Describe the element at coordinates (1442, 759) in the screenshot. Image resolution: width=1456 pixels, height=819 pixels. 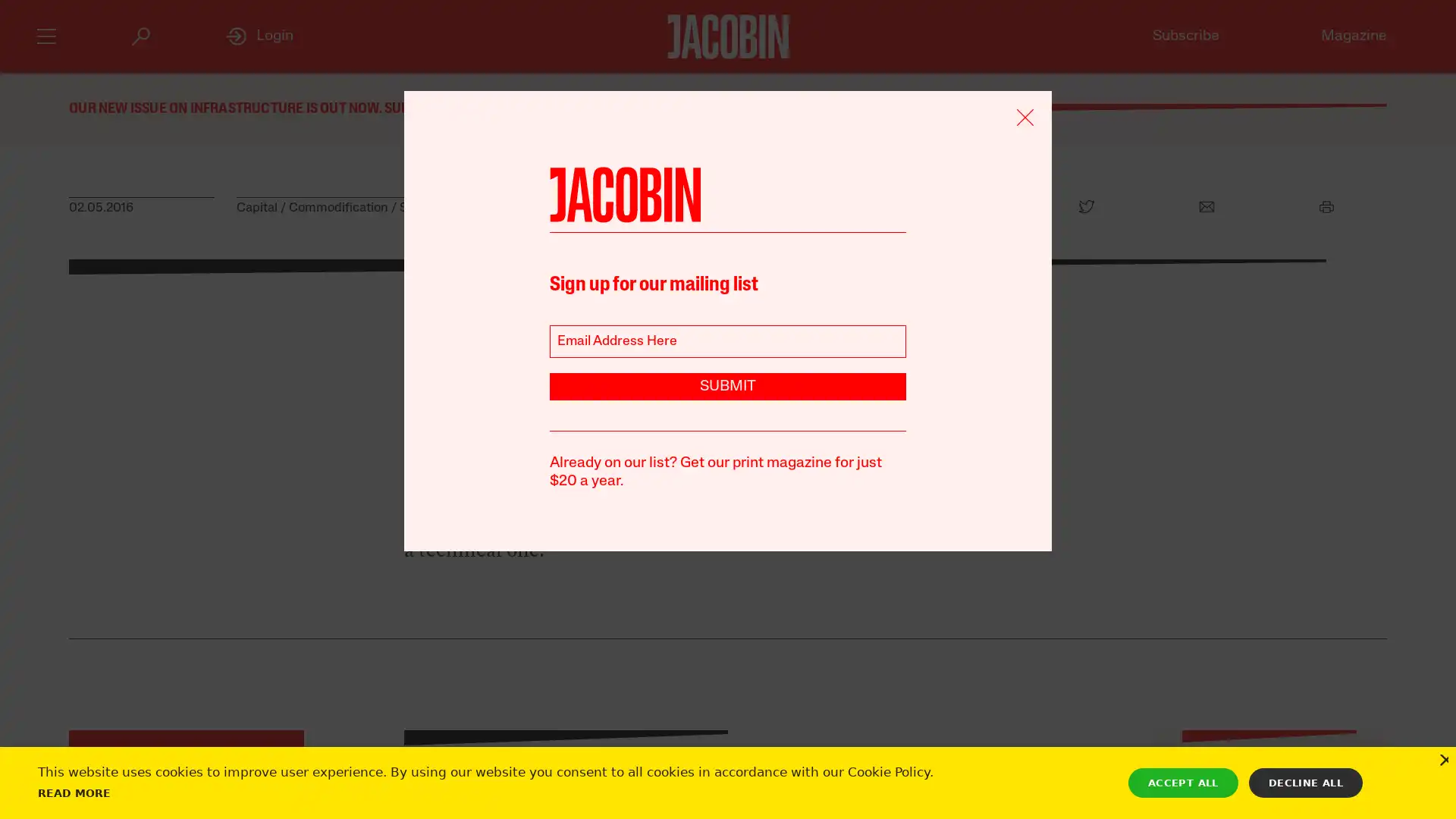
I see `Close` at that location.